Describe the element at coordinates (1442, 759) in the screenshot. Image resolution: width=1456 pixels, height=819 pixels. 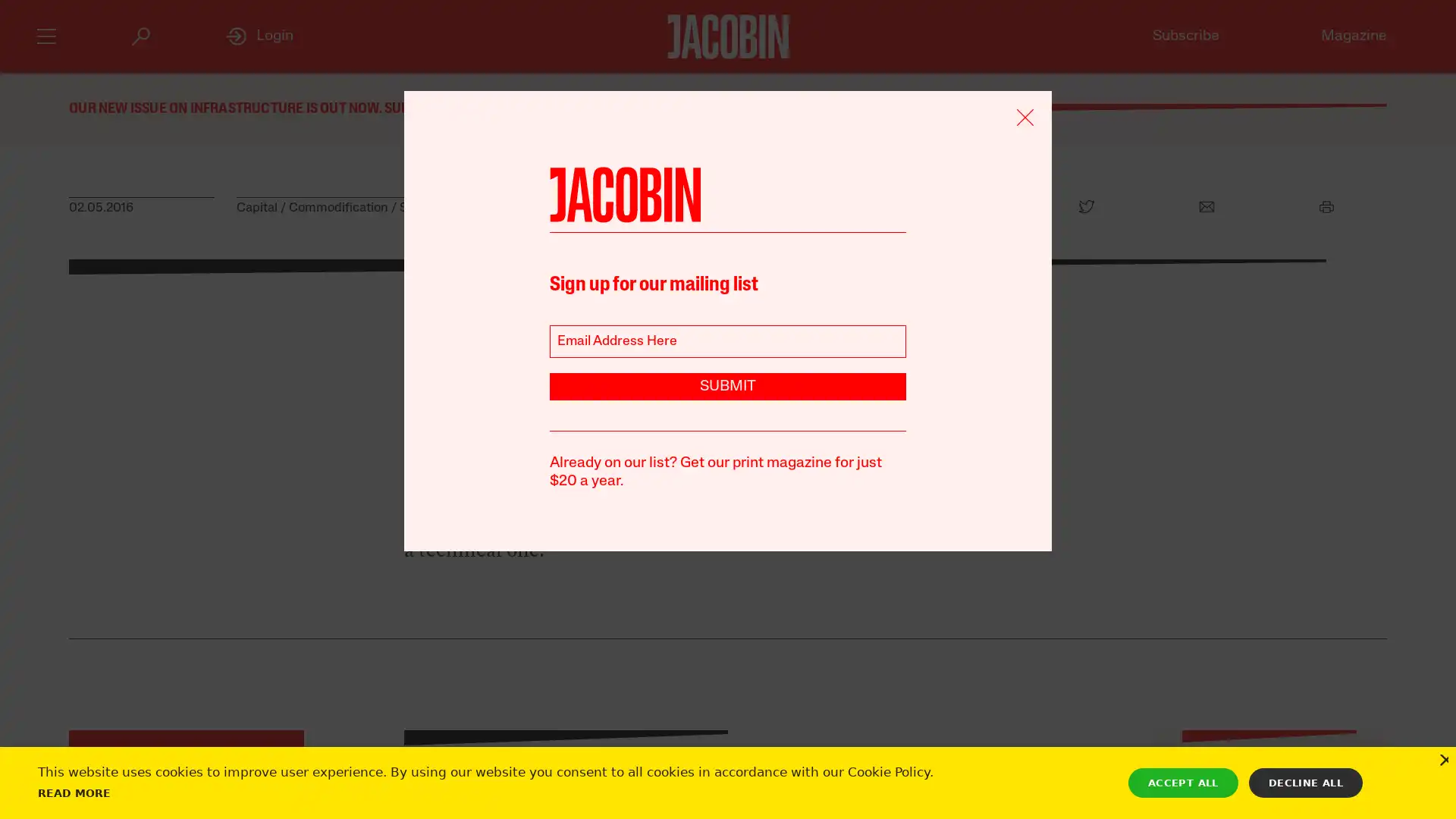
I see `Close` at that location.